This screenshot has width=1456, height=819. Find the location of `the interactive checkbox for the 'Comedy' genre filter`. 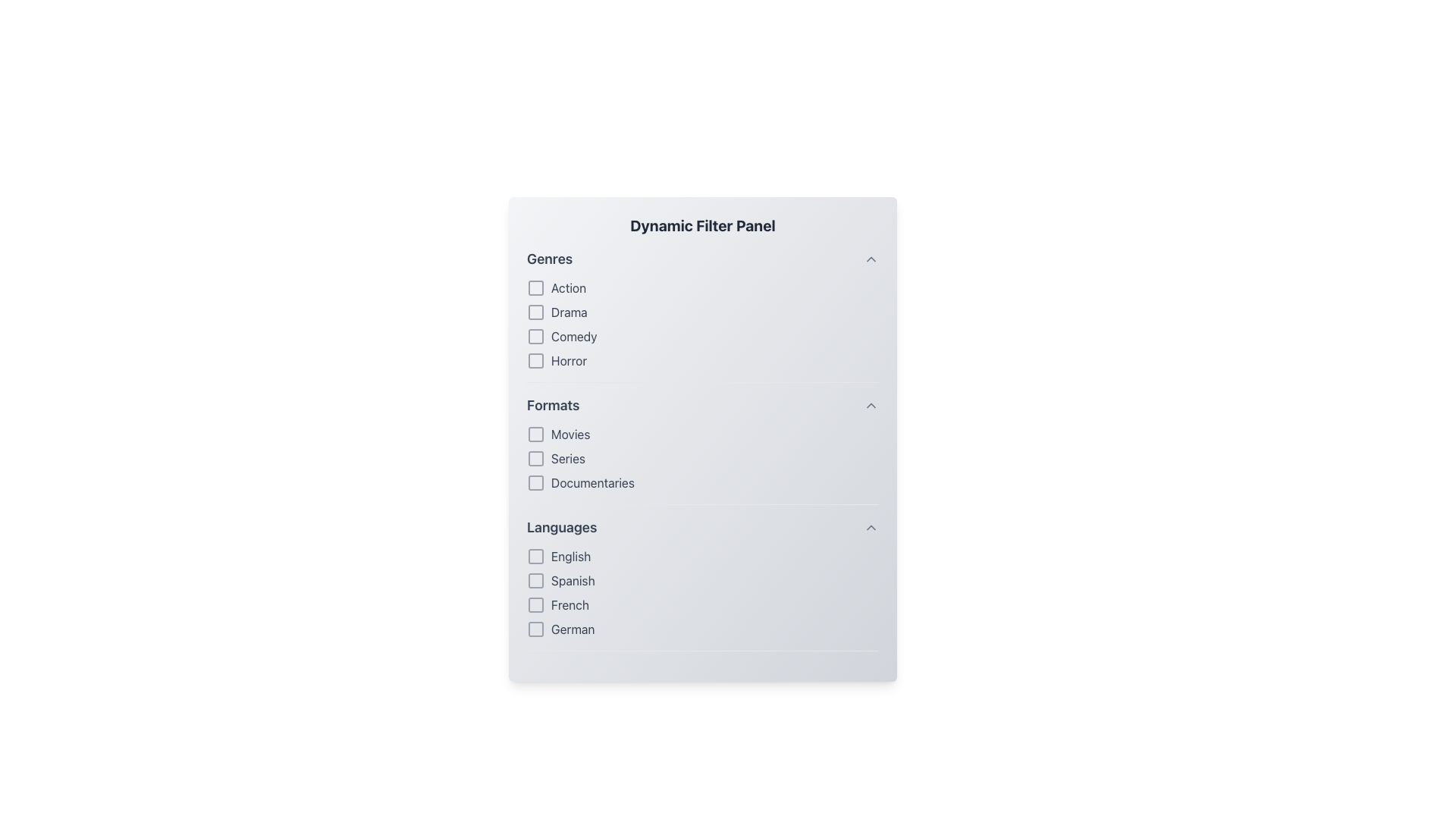

the interactive checkbox for the 'Comedy' genre filter is located at coordinates (535, 335).